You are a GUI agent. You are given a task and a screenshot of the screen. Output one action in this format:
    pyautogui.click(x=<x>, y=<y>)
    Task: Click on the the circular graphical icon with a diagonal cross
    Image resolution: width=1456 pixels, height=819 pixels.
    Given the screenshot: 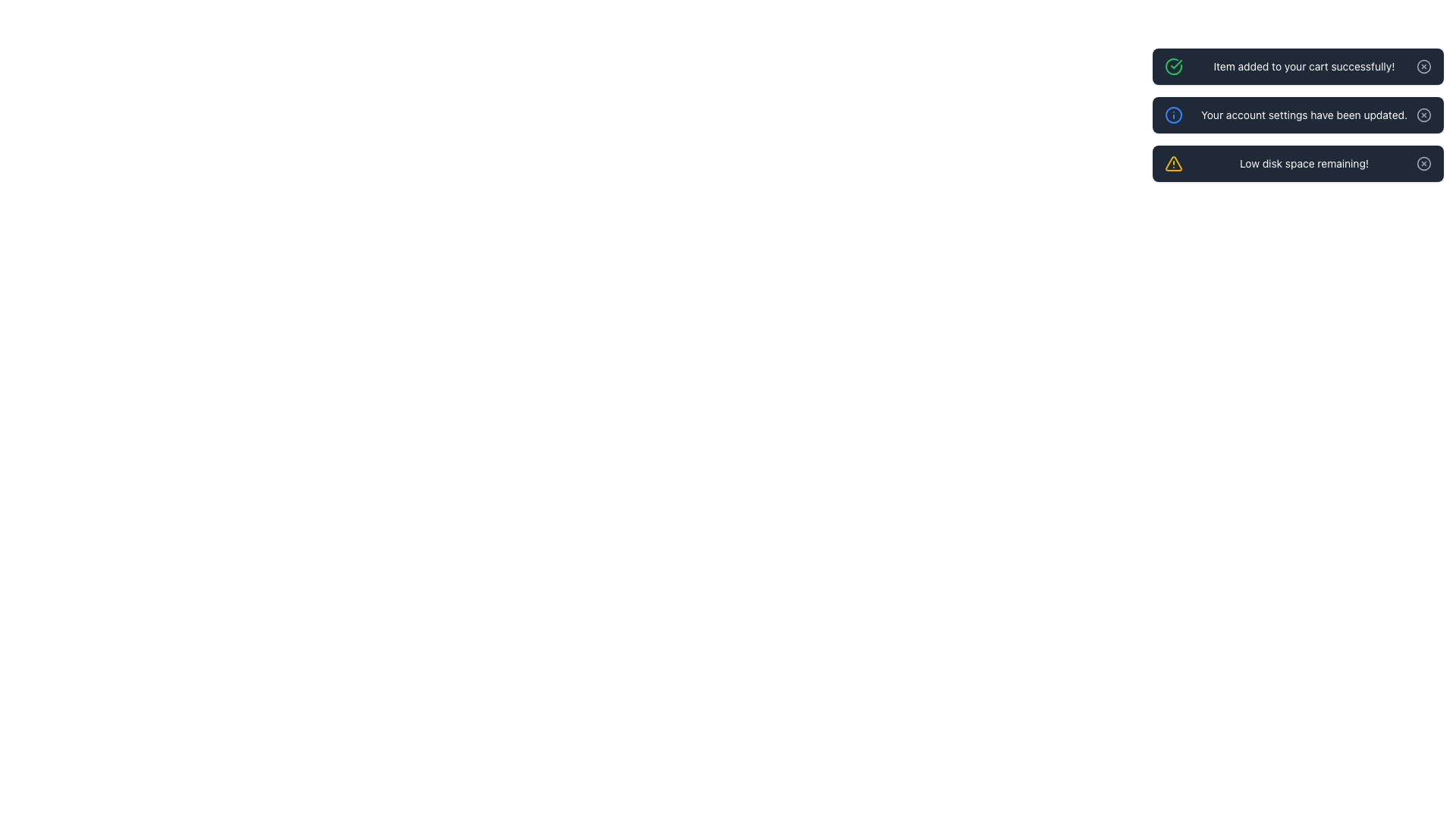 What is the action you would take?
    pyautogui.click(x=1423, y=114)
    